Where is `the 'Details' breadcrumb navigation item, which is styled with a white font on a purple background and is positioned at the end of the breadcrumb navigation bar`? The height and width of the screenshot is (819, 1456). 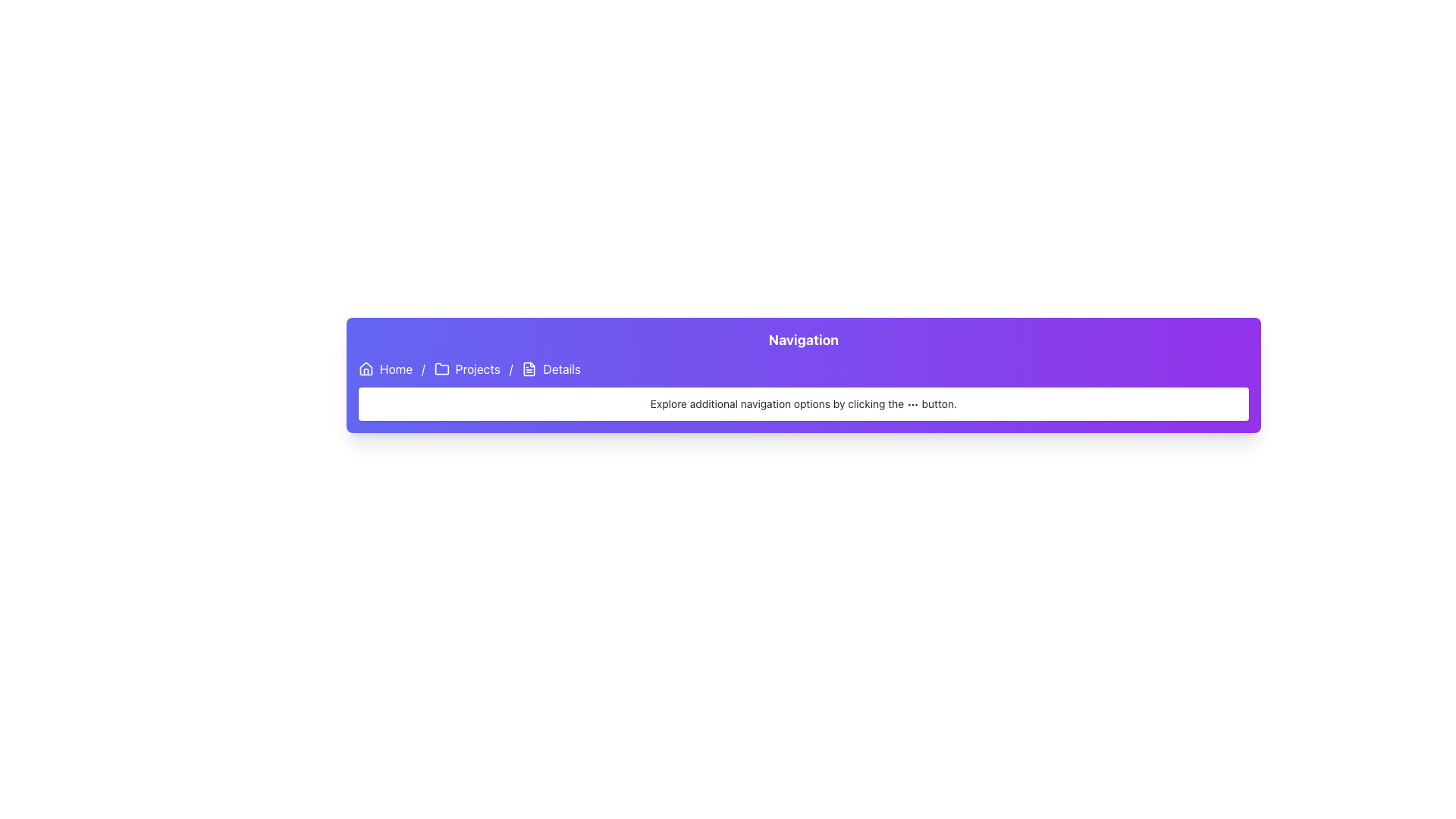
the 'Details' breadcrumb navigation item, which is styled with a white font on a purple background and is positioned at the end of the breadcrumb navigation bar is located at coordinates (550, 369).